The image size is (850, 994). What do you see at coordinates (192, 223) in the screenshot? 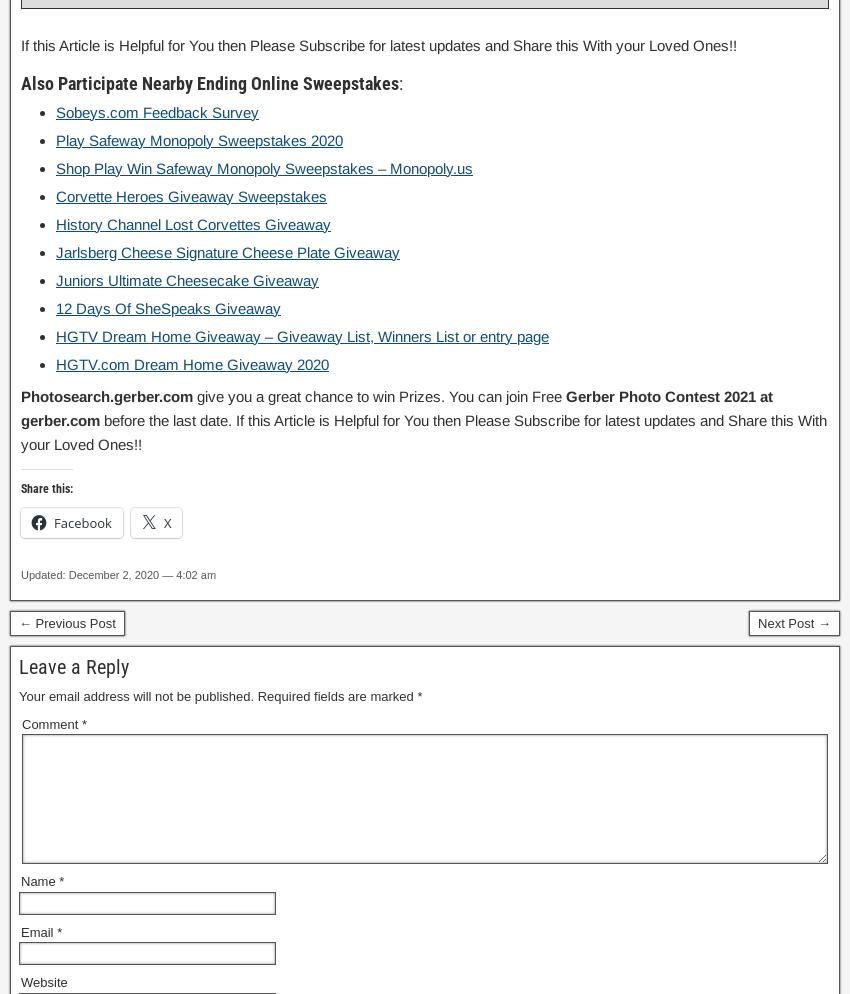
I see `'History Channel Lost Corvettes Giveaway'` at bounding box center [192, 223].